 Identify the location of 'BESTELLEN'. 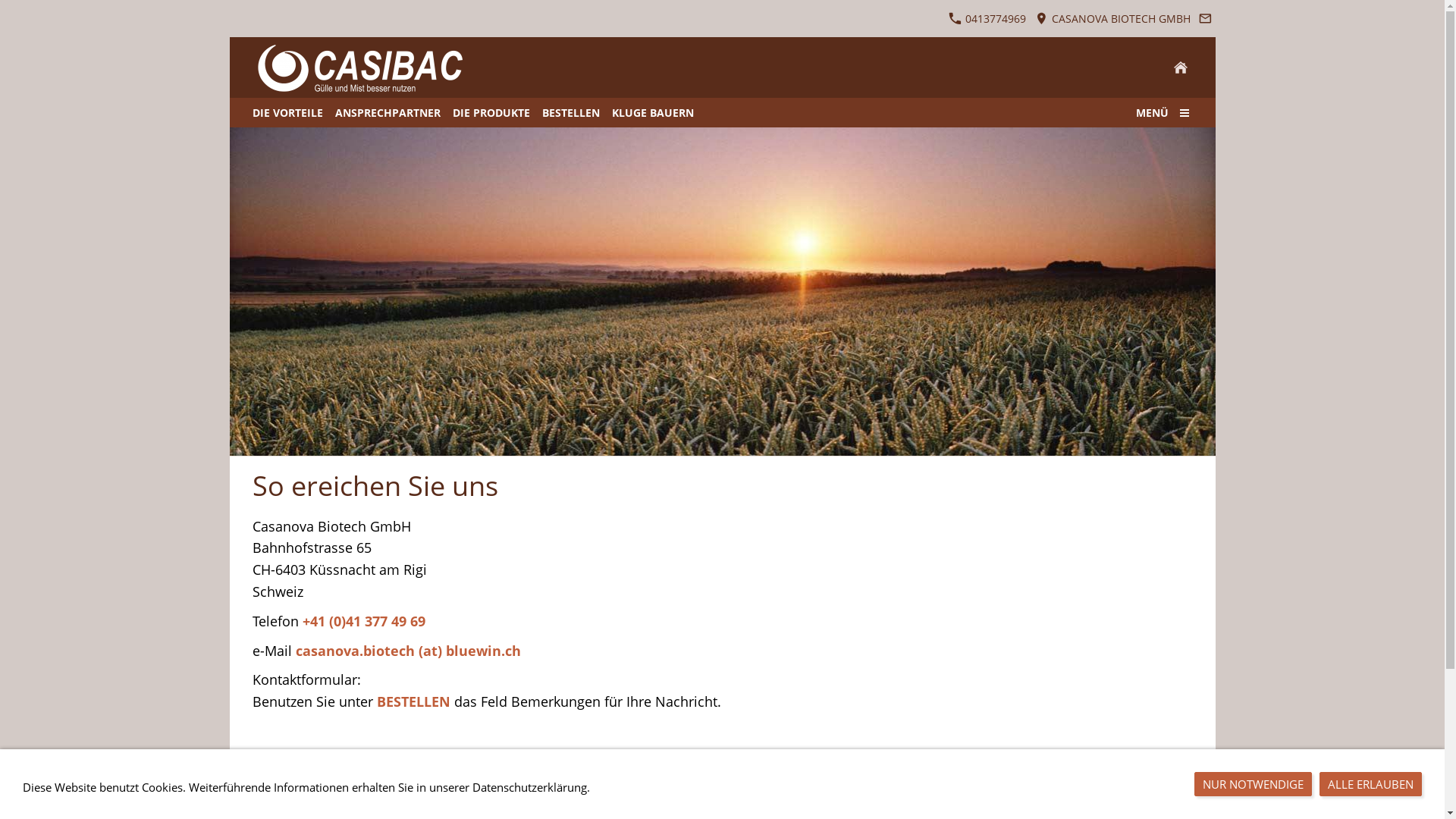
(413, 701).